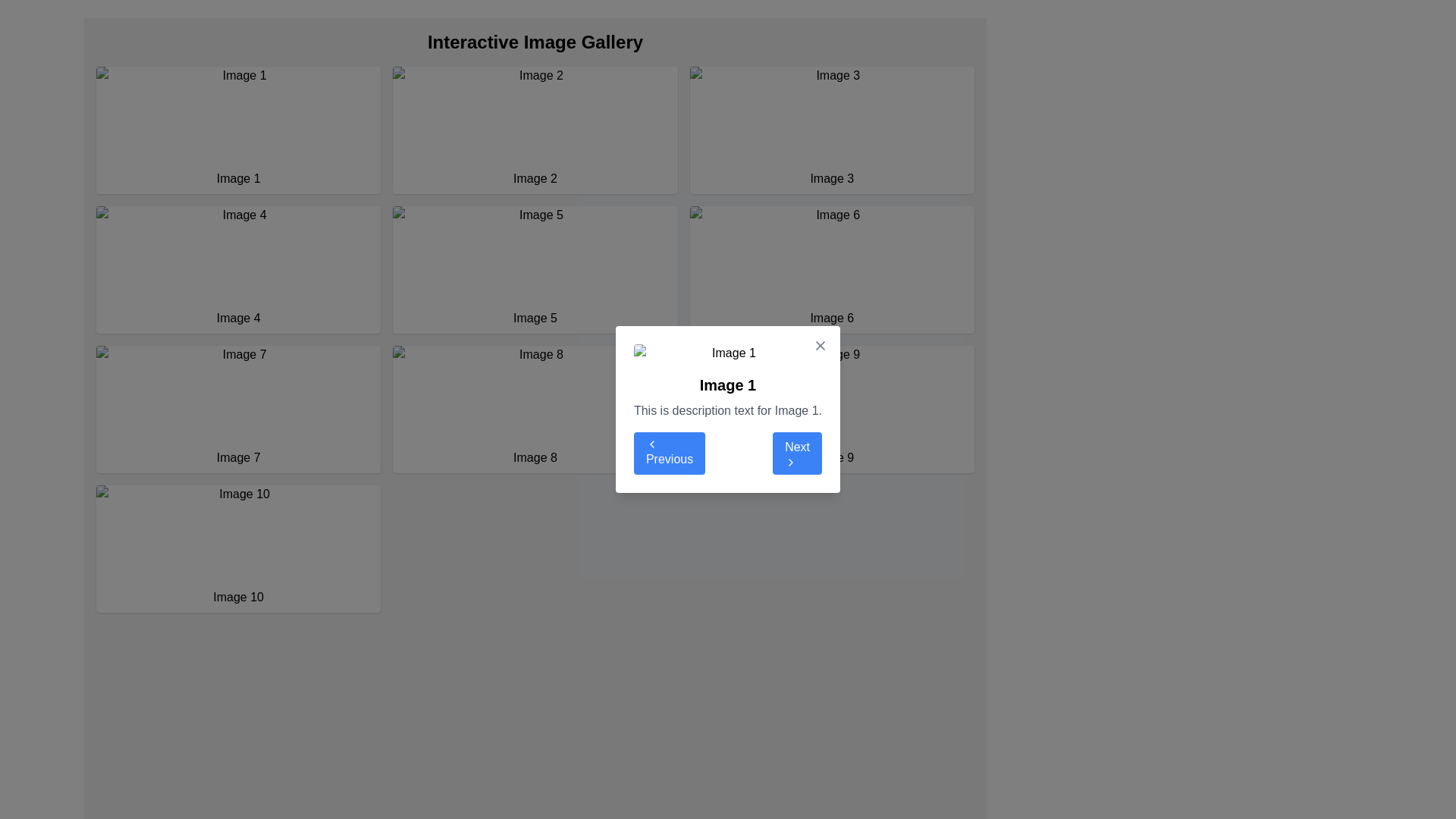 The width and height of the screenshot is (1456, 819). What do you see at coordinates (237, 114) in the screenshot?
I see `the placeholder image located in the first row and first column of the grid layout, which serves as a thumbnail or preview for 'Image 1'` at bounding box center [237, 114].